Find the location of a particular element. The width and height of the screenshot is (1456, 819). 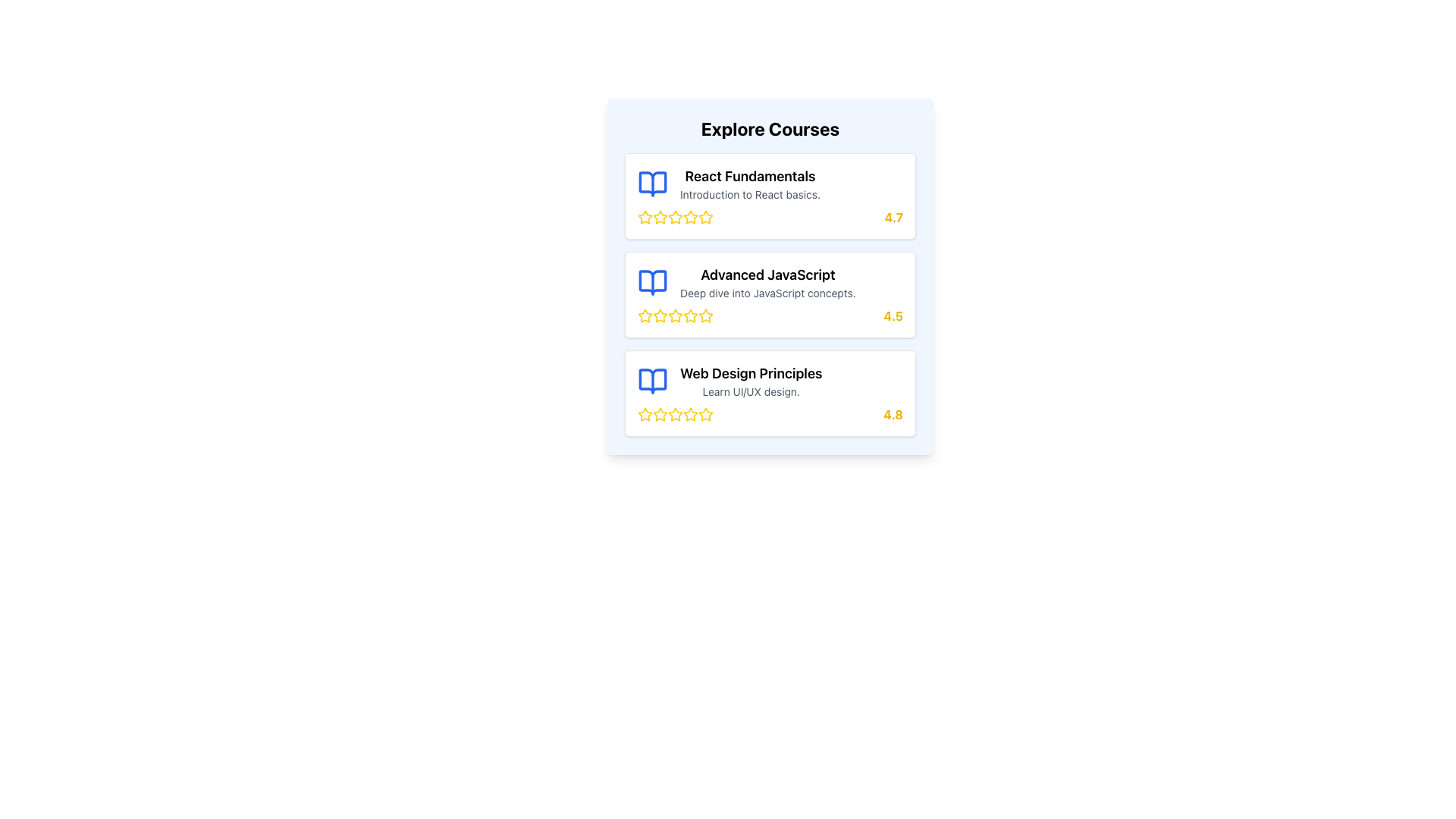

the third yellow star icon in the rating system for the 'Advanced JavaScript' course card, which is part of a five-star rating display is located at coordinates (675, 315).